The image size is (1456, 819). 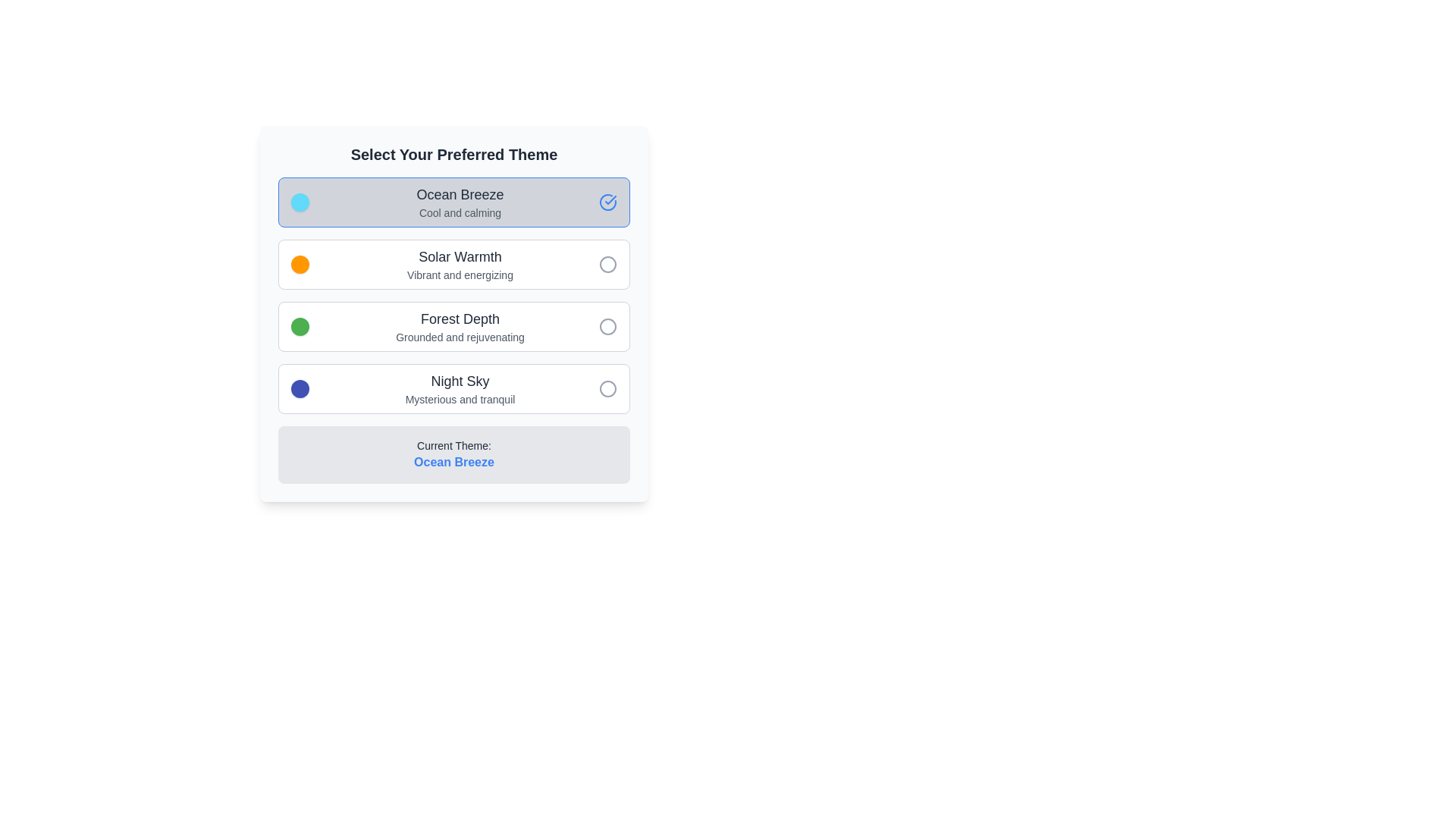 What do you see at coordinates (607, 326) in the screenshot?
I see `the third circular element in the vertical list next to the 'Forest Depth' theme option, which is a thin-stroke gray circle within an SVG` at bounding box center [607, 326].